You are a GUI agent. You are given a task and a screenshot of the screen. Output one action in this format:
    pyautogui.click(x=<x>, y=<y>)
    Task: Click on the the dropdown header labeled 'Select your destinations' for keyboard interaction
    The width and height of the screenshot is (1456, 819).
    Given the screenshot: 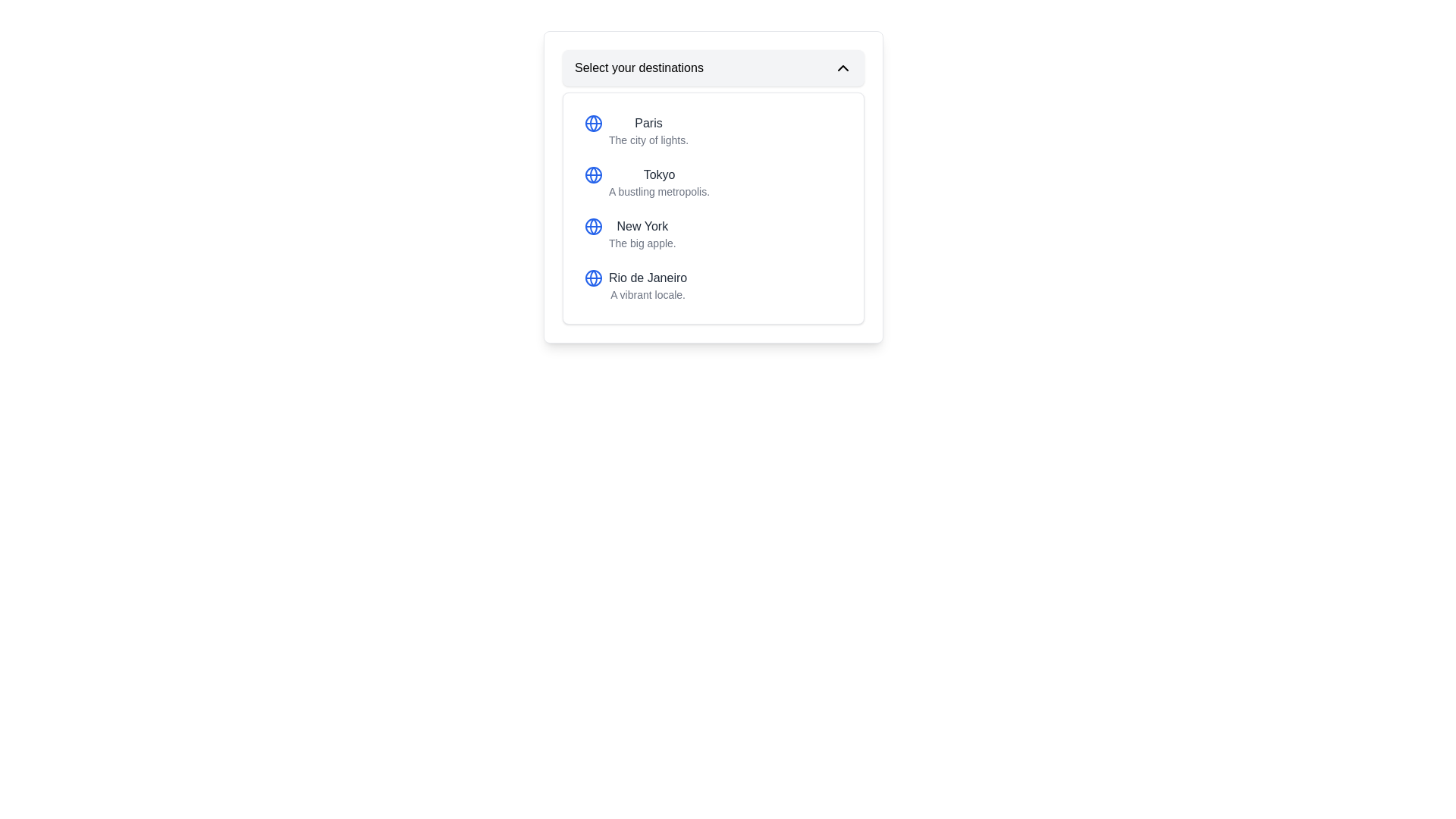 What is the action you would take?
    pyautogui.click(x=712, y=67)
    